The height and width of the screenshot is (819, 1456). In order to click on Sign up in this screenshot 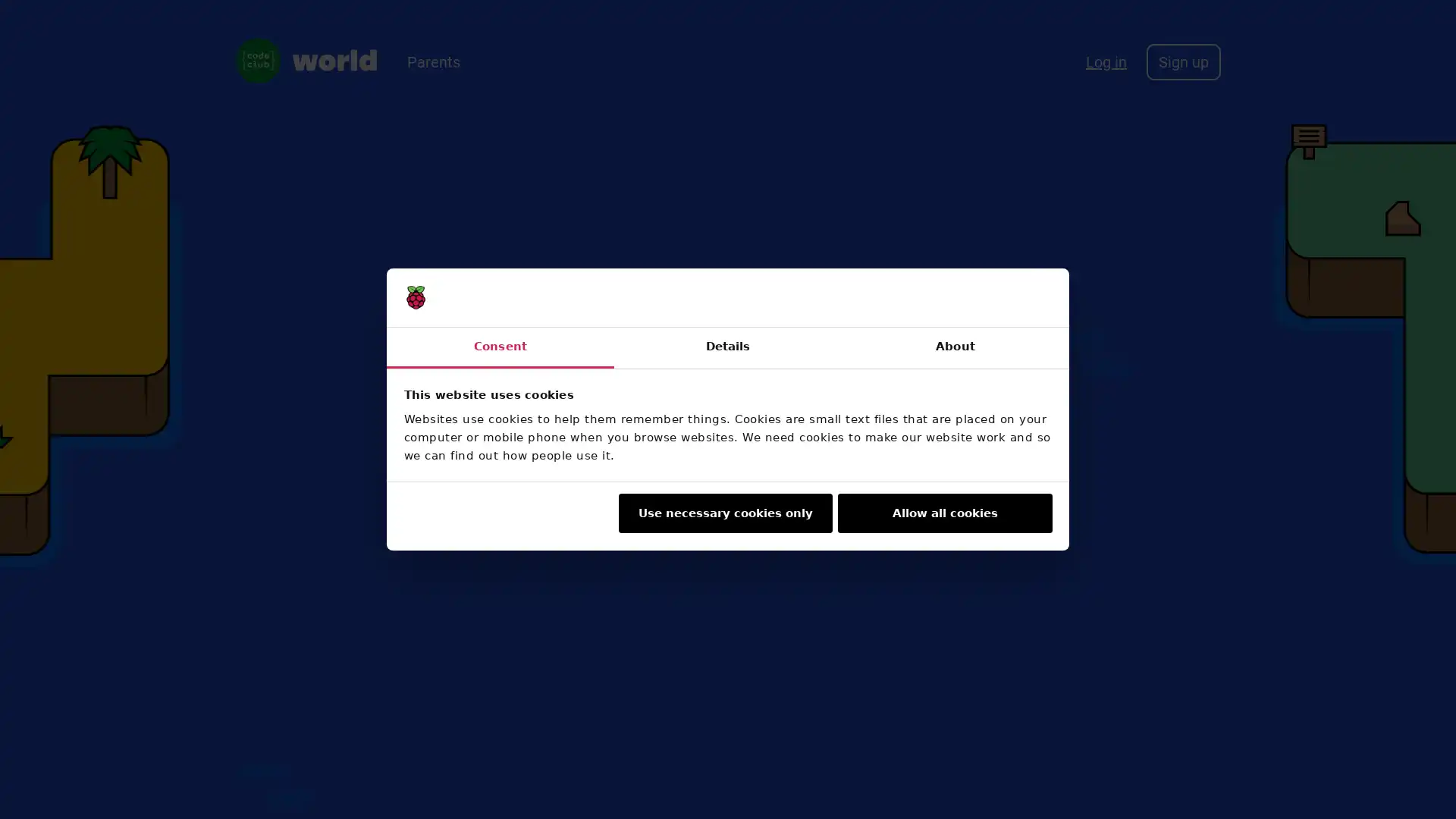, I will do `click(1182, 61)`.